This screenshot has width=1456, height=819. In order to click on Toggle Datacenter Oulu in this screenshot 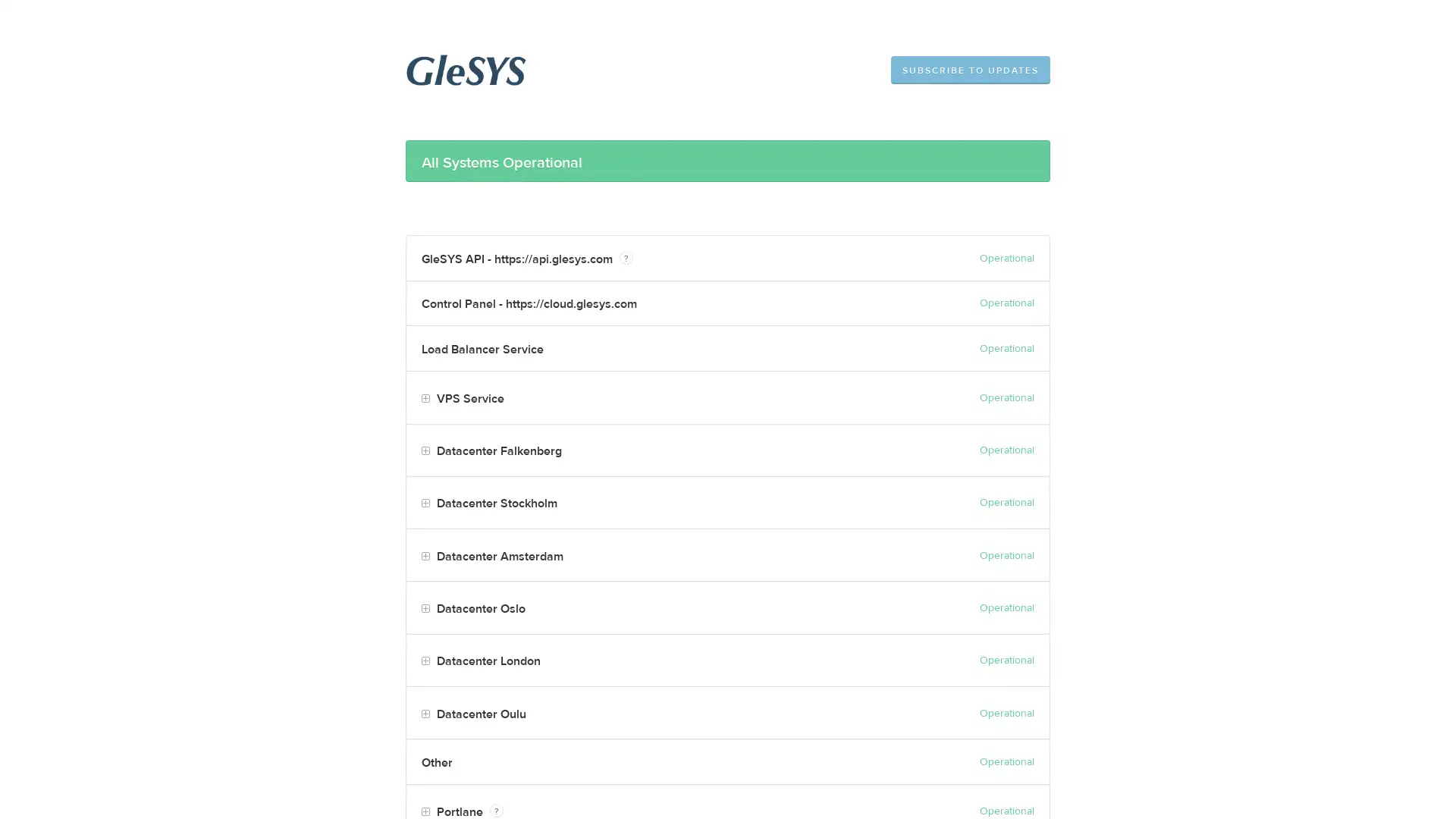, I will do `click(425, 714)`.